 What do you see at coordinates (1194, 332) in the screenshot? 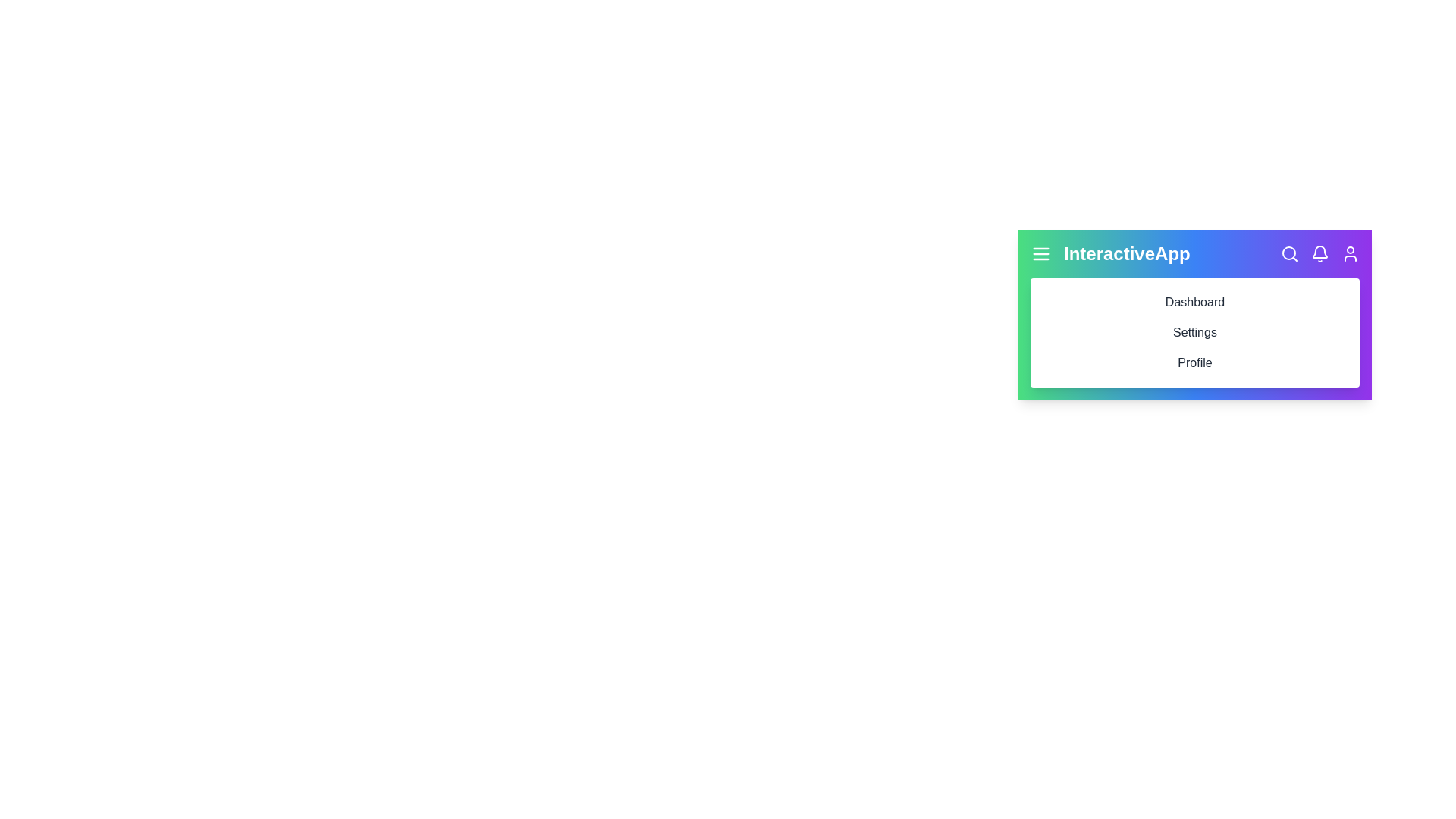
I see `the 'Settings' option in the dropdown menu` at bounding box center [1194, 332].